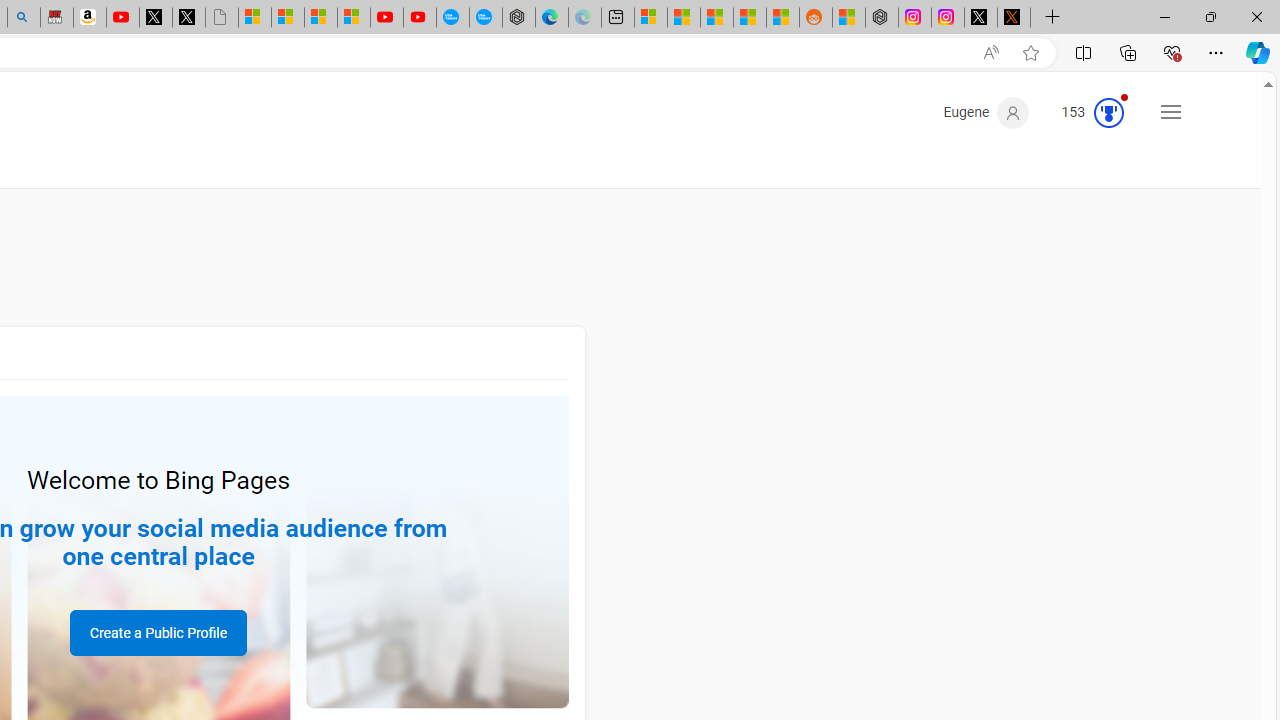 The width and height of the screenshot is (1280, 720). I want to click on 'Shanghai, China Weather trends | Microsoft Weather', so click(781, 17).